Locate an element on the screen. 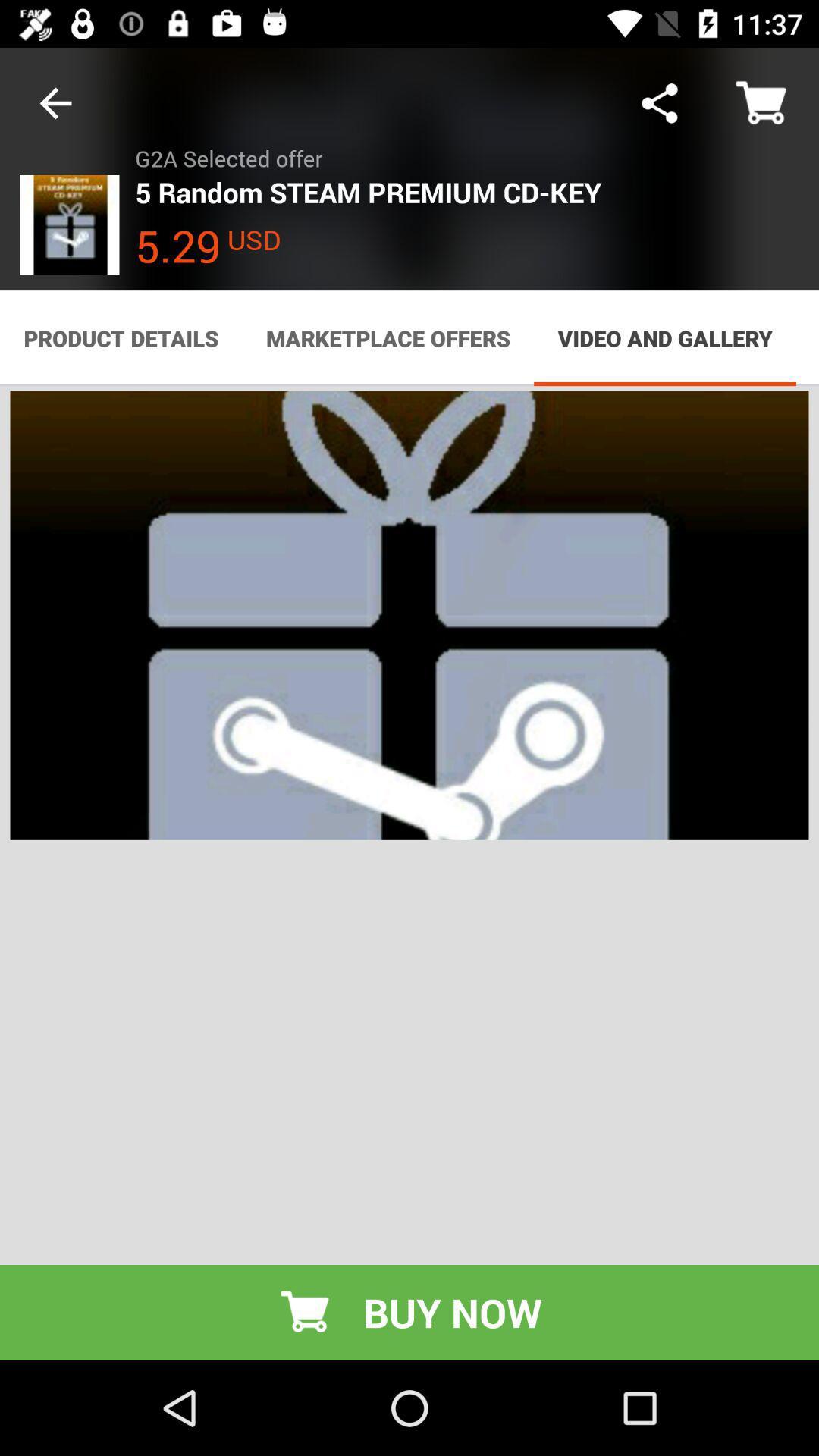 This screenshot has width=819, height=1456. icon next to g2a selected offer item is located at coordinates (55, 102).